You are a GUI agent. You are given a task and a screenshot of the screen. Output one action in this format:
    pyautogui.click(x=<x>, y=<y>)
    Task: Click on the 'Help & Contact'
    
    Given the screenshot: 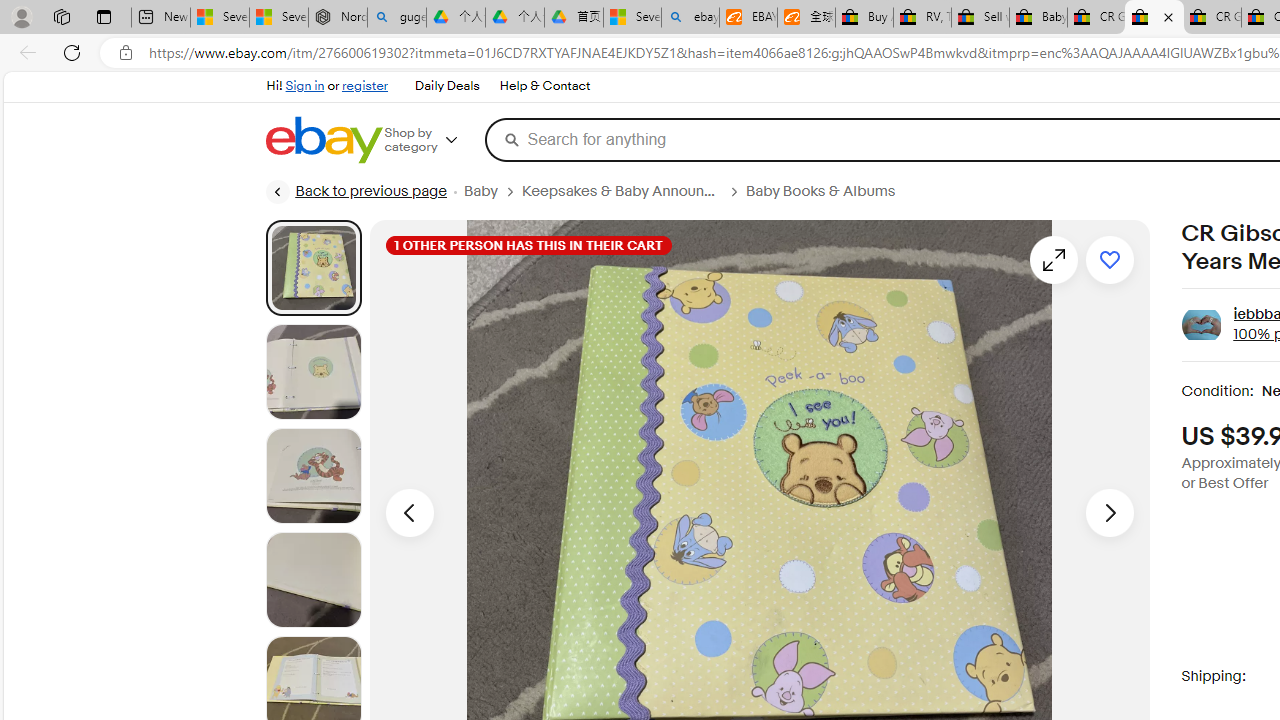 What is the action you would take?
    pyautogui.click(x=544, y=85)
    